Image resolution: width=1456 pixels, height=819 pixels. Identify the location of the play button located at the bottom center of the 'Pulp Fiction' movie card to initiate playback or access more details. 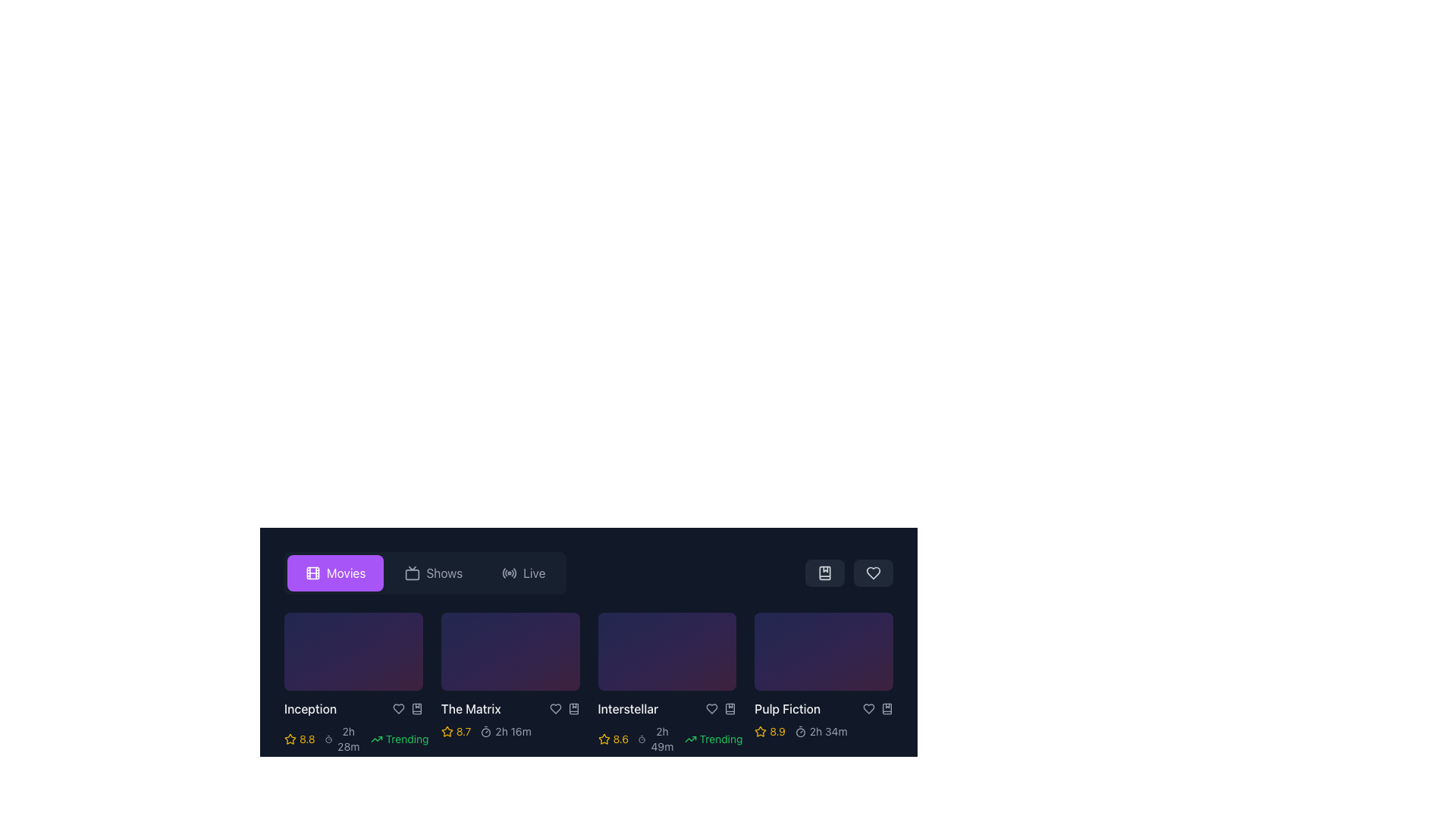
(823, 683).